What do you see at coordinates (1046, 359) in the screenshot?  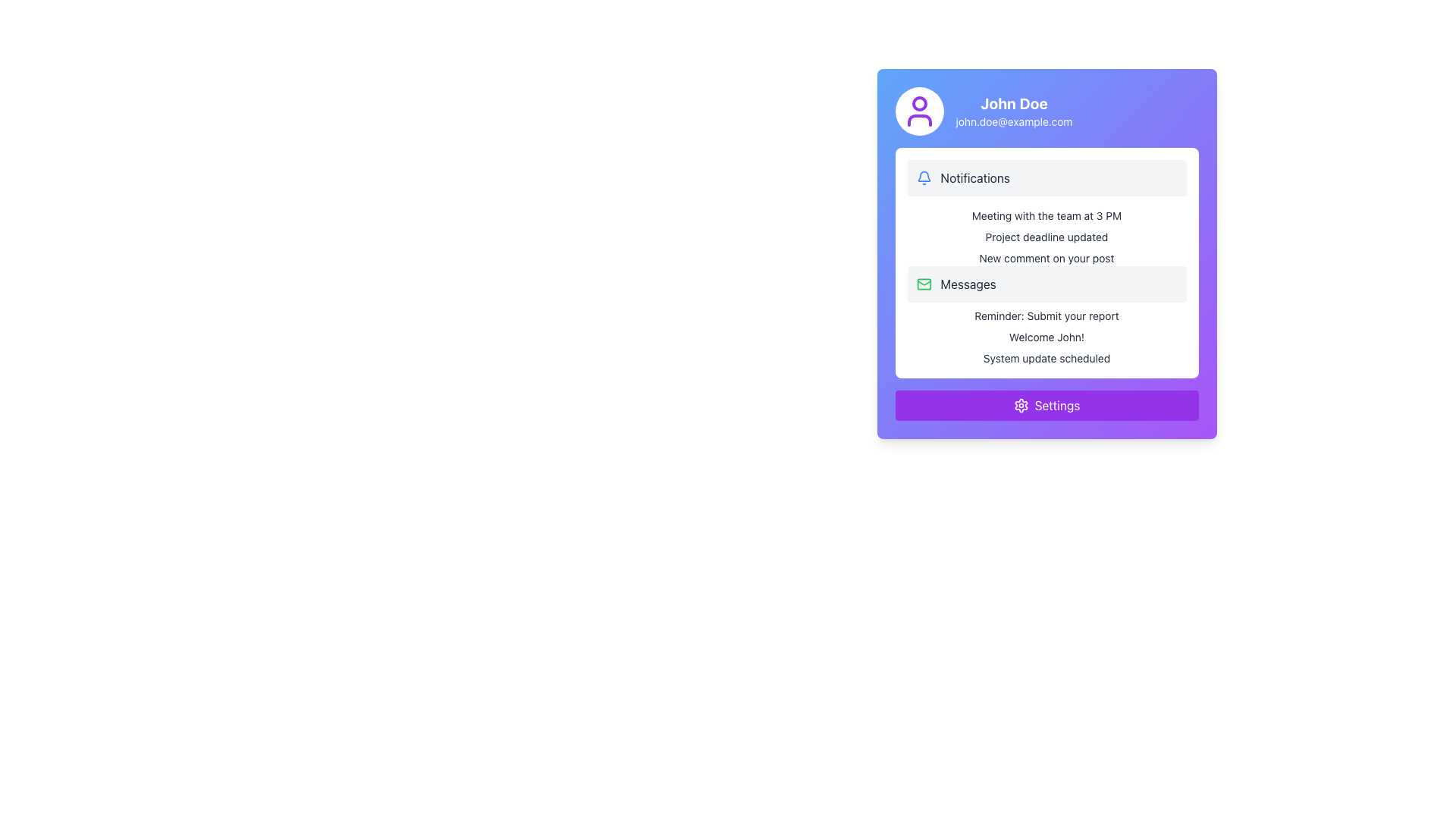 I see `the text label displaying 'System update scheduled', which is the last item in the messages group, centered at the bottom of the panel` at bounding box center [1046, 359].